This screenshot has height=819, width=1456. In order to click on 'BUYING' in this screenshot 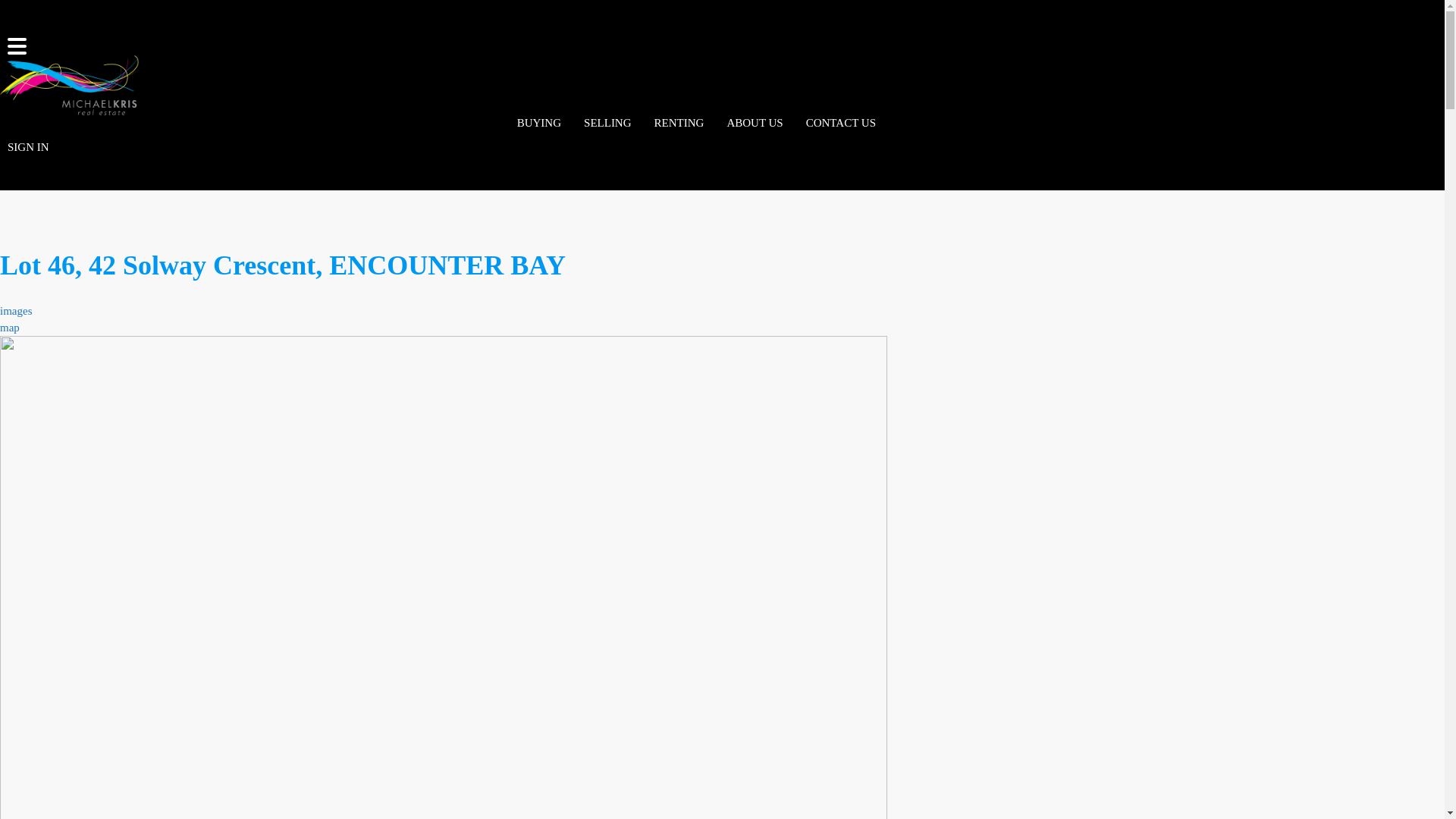, I will do `click(538, 122)`.